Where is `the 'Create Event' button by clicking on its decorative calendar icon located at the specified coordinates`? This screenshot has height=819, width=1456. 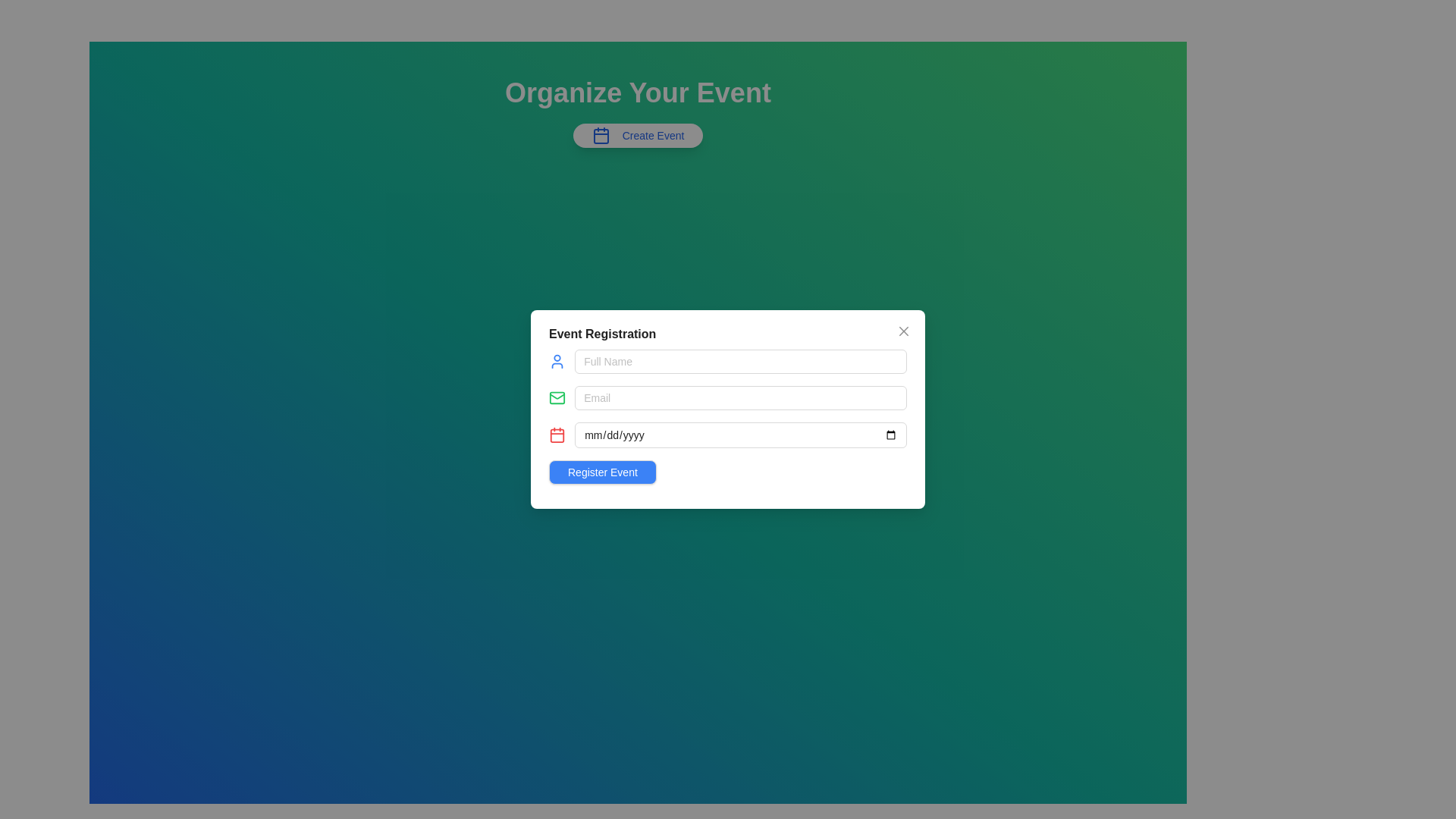
the 'Create Event' button by clicking on its decorative calendar icon located at the specified coordinates is located at coordinates (600, 134).